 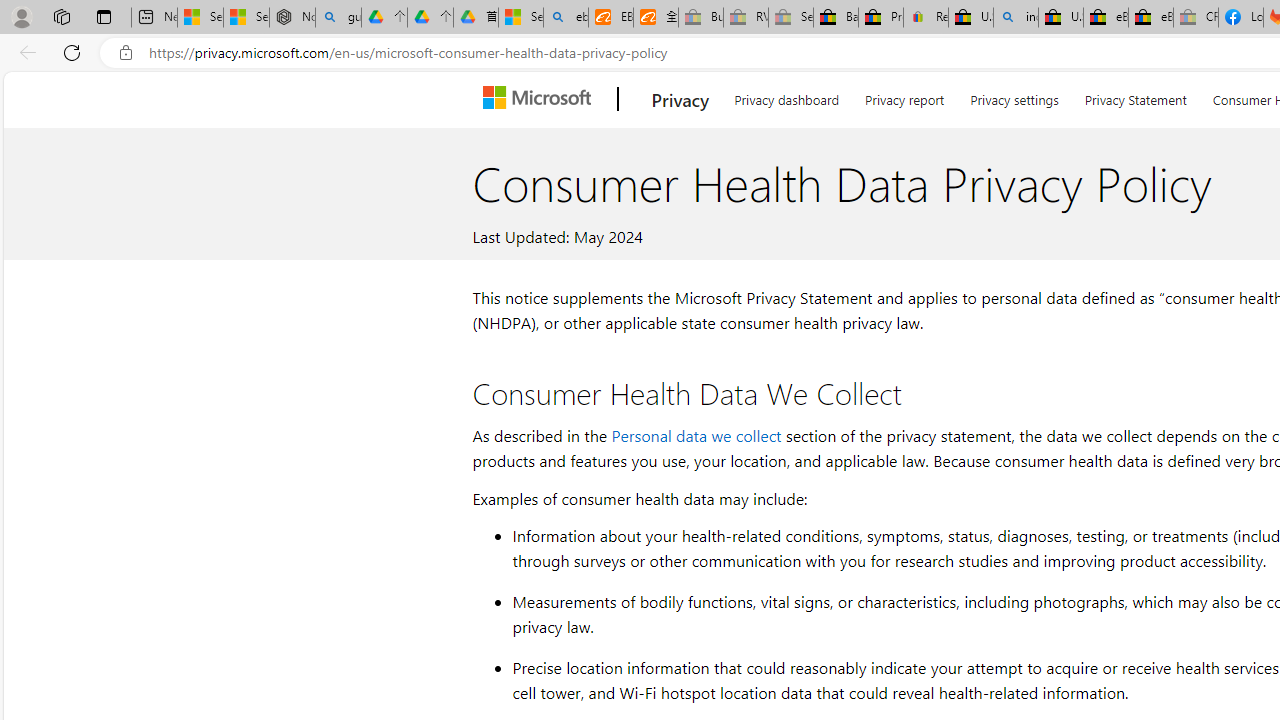 I want to click on 'Privacy Statement', so click(x=1136, y=96).